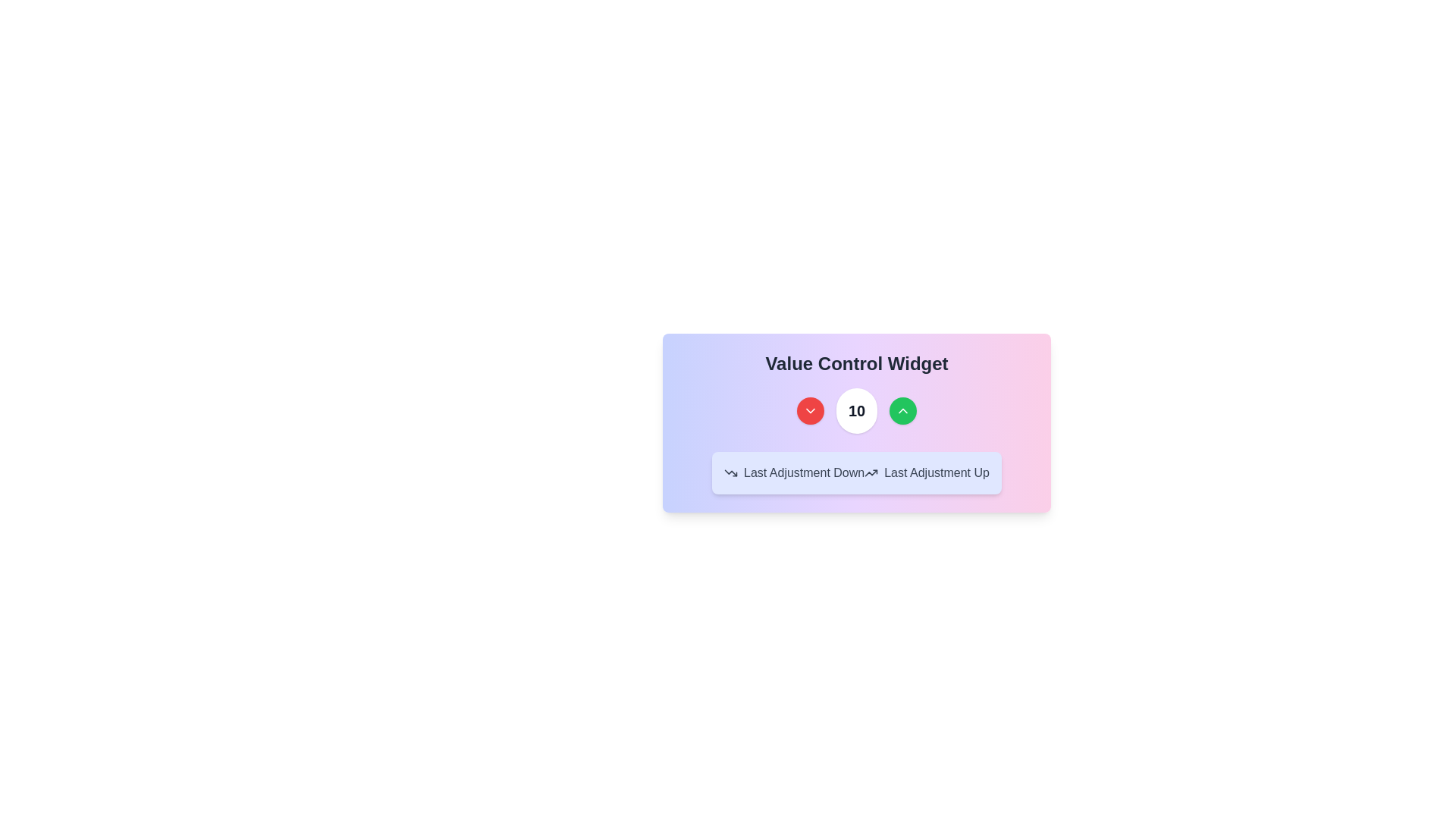  Describe the element at coordinates (871, 472) in the screenshot. I see `the trend direction icon located within the 'Last Adjustment Up' horizontal layout group at the far left of the accompanying text` at that location.